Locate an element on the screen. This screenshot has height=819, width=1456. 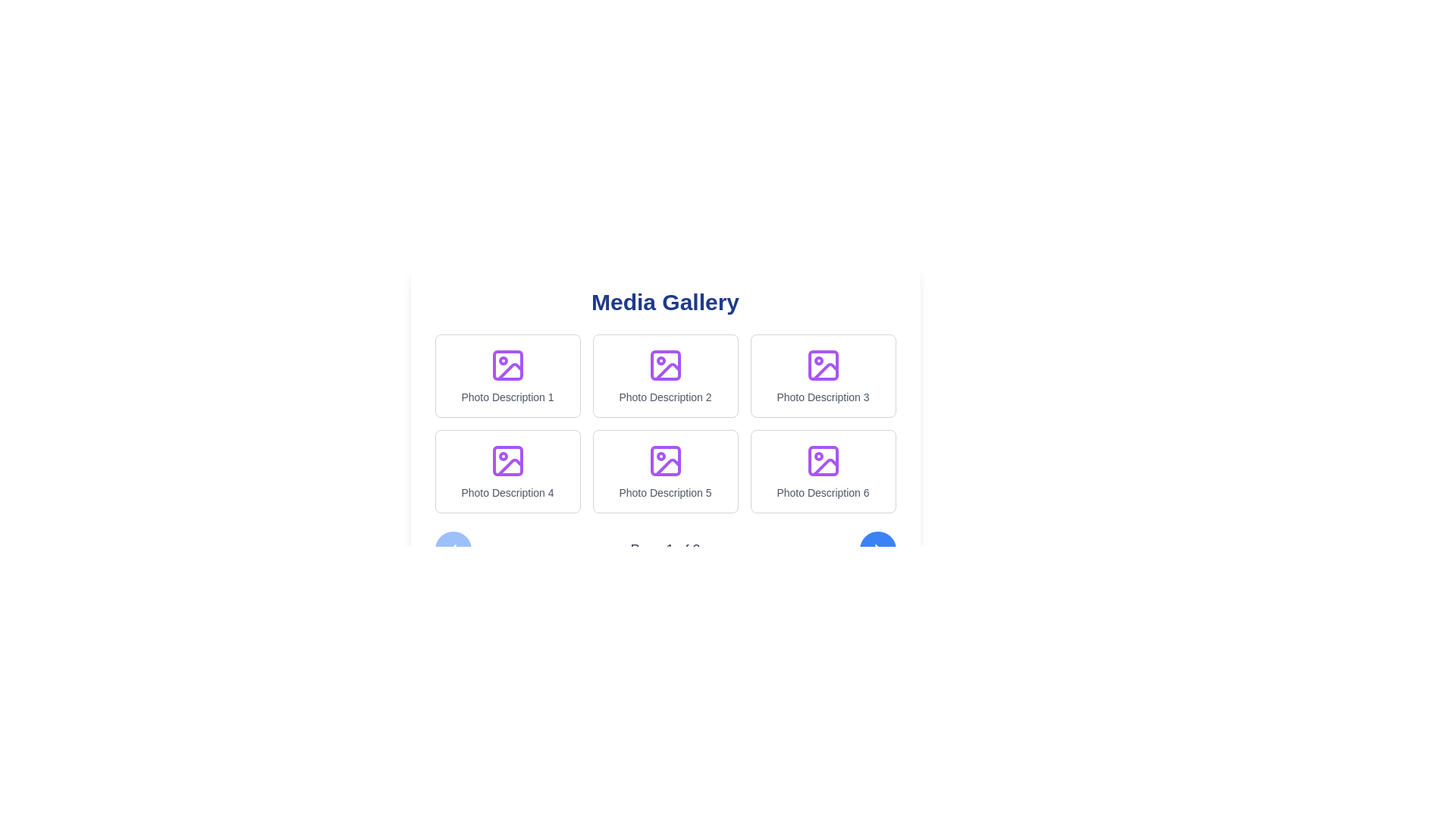
the Text Label that displays the description for the associated image in the Media Gallery, located at the bottom center of the last card in a 2x3 grid is located at coordinates (822, 493).